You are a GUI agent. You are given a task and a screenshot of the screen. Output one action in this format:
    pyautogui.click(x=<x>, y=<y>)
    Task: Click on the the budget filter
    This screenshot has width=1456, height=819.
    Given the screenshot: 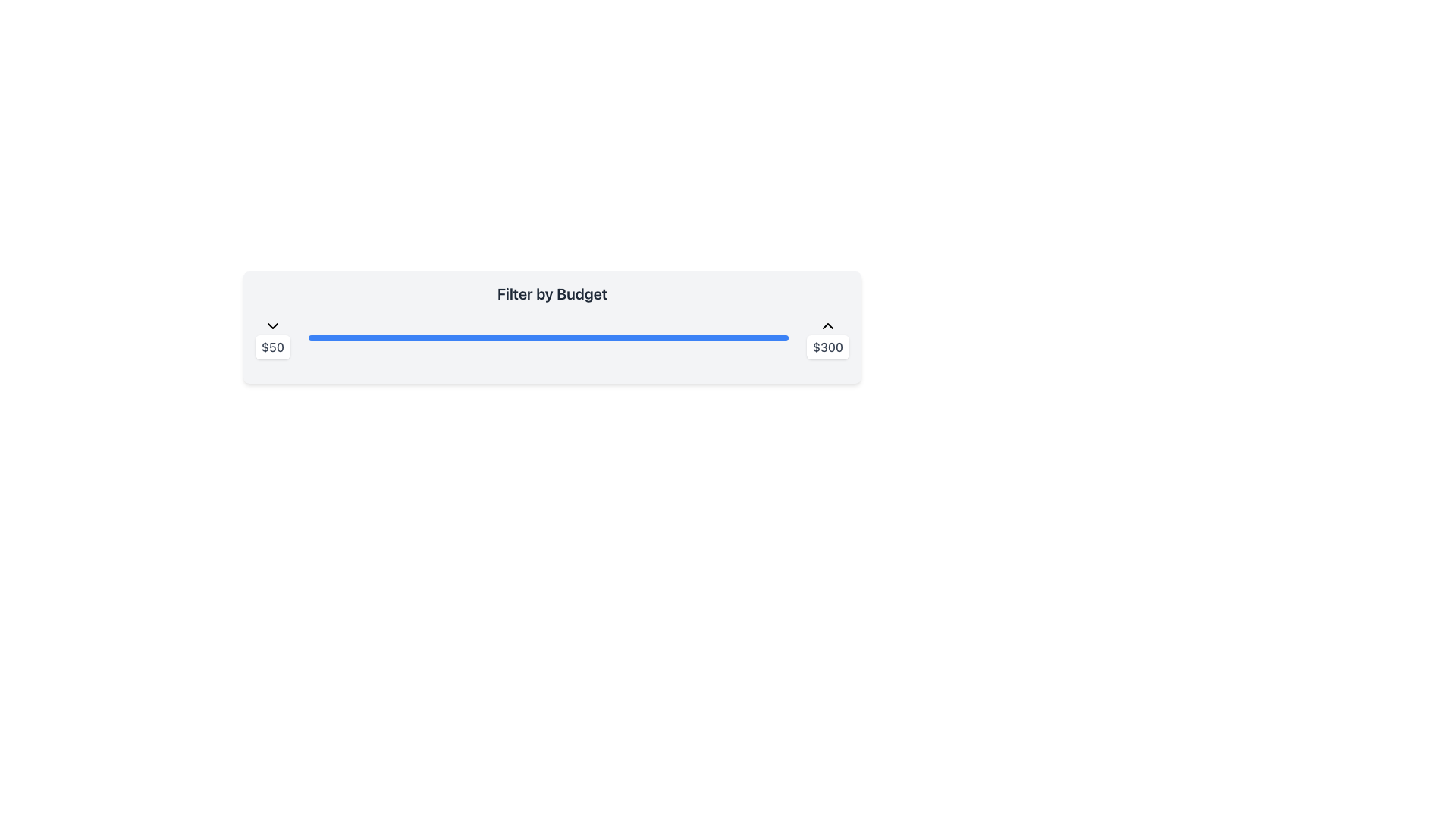 What is the action you would take?
    pyautogui.click(x=570, y=337)
    